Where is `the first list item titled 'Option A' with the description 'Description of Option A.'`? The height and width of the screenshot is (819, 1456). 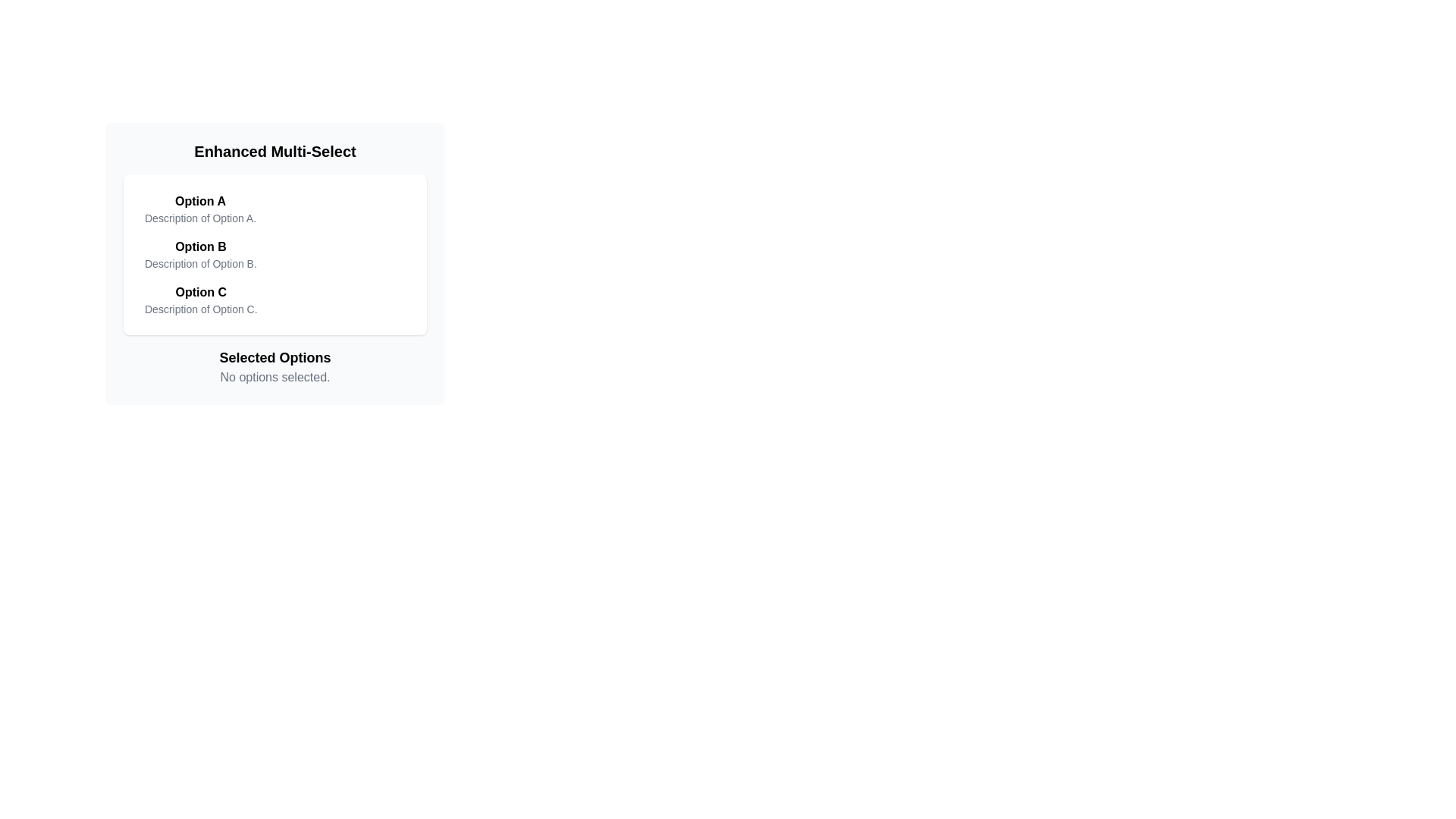 the first list item titled 'Option A' with the description 'Description of Option A.' is located at coordinates (275, 209).